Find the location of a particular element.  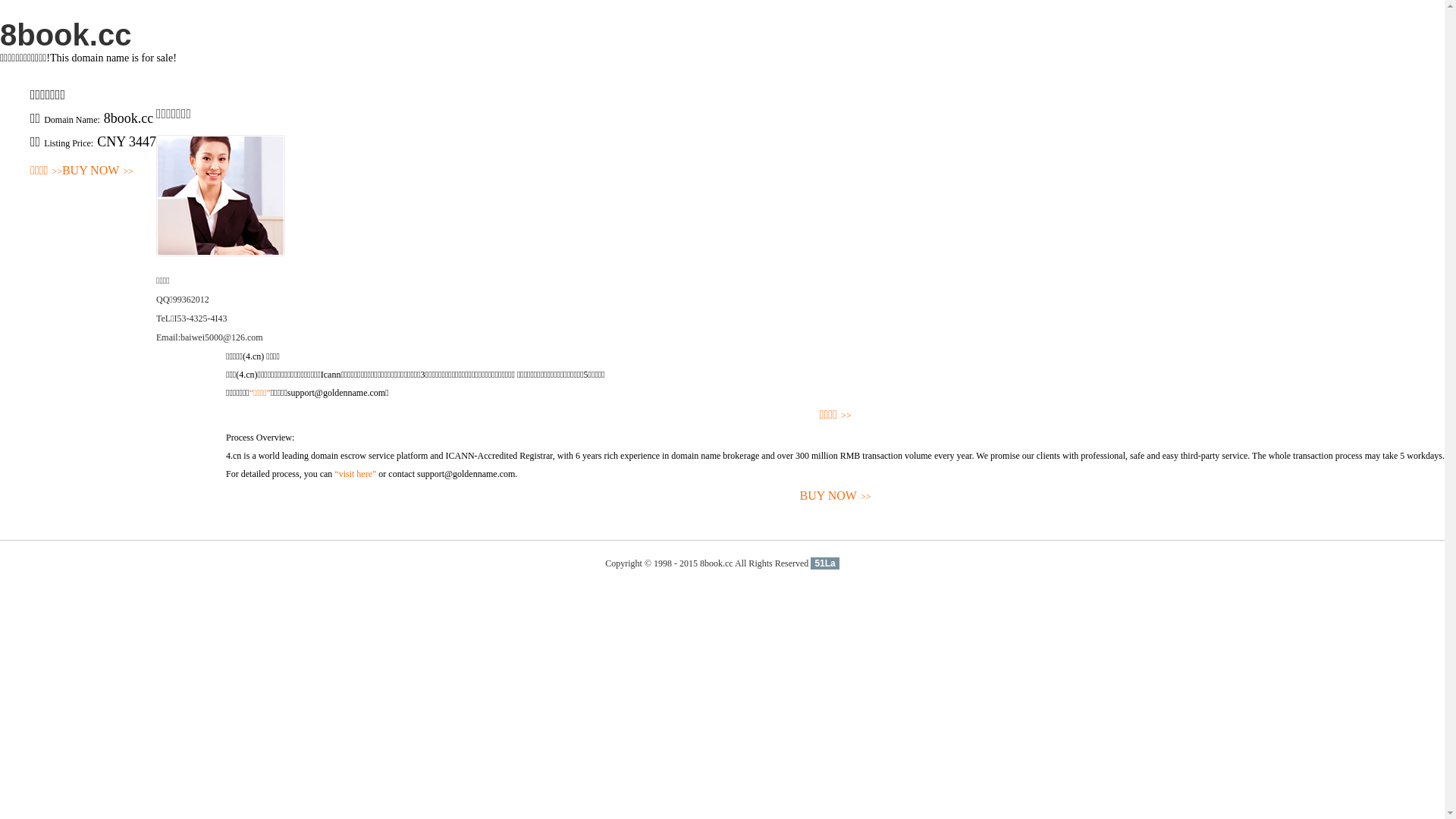

'51La' is located at coordinates (824, 563).